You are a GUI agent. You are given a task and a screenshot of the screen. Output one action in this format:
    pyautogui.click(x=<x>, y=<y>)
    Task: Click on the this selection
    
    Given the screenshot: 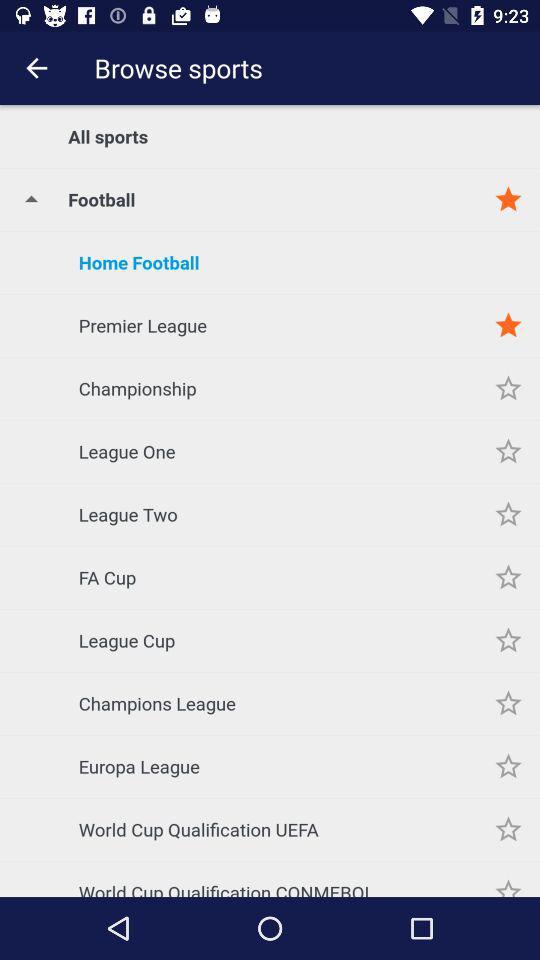 What is the action you would take?
    pyautogui.click(x=508, y=765)
    